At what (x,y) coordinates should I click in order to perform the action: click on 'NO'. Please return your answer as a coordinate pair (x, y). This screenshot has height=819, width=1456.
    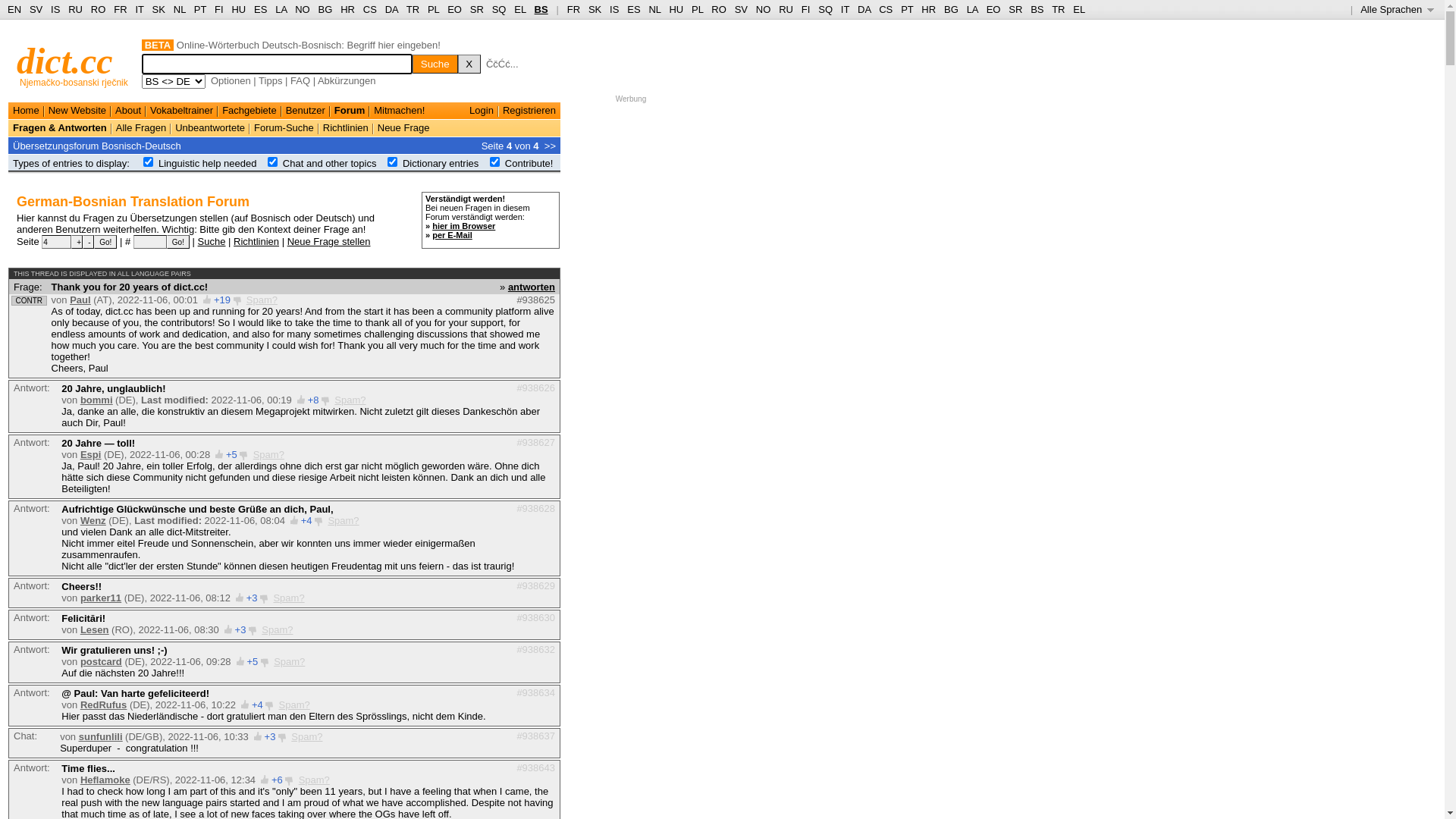
    Looking at the image, I should click on (764, 9).